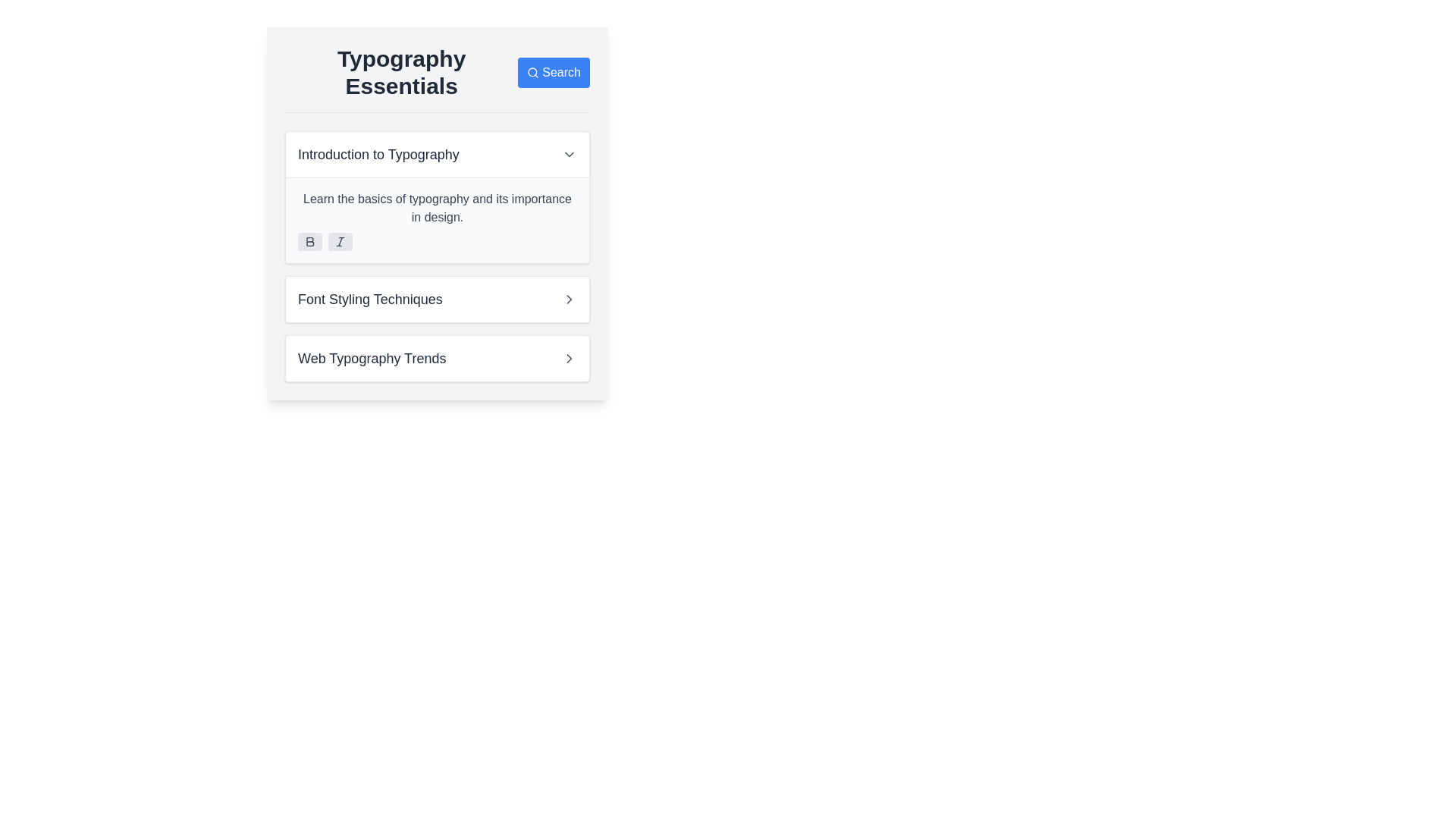 The width and height of the screenshot is (1456, 819). What do you see at coordinates (436, 79) in the screenshot?
I see `title text of the header located at the top of the section, which provides a title for the content below and includes a 'Search' button` at bounding box center [436, 79].